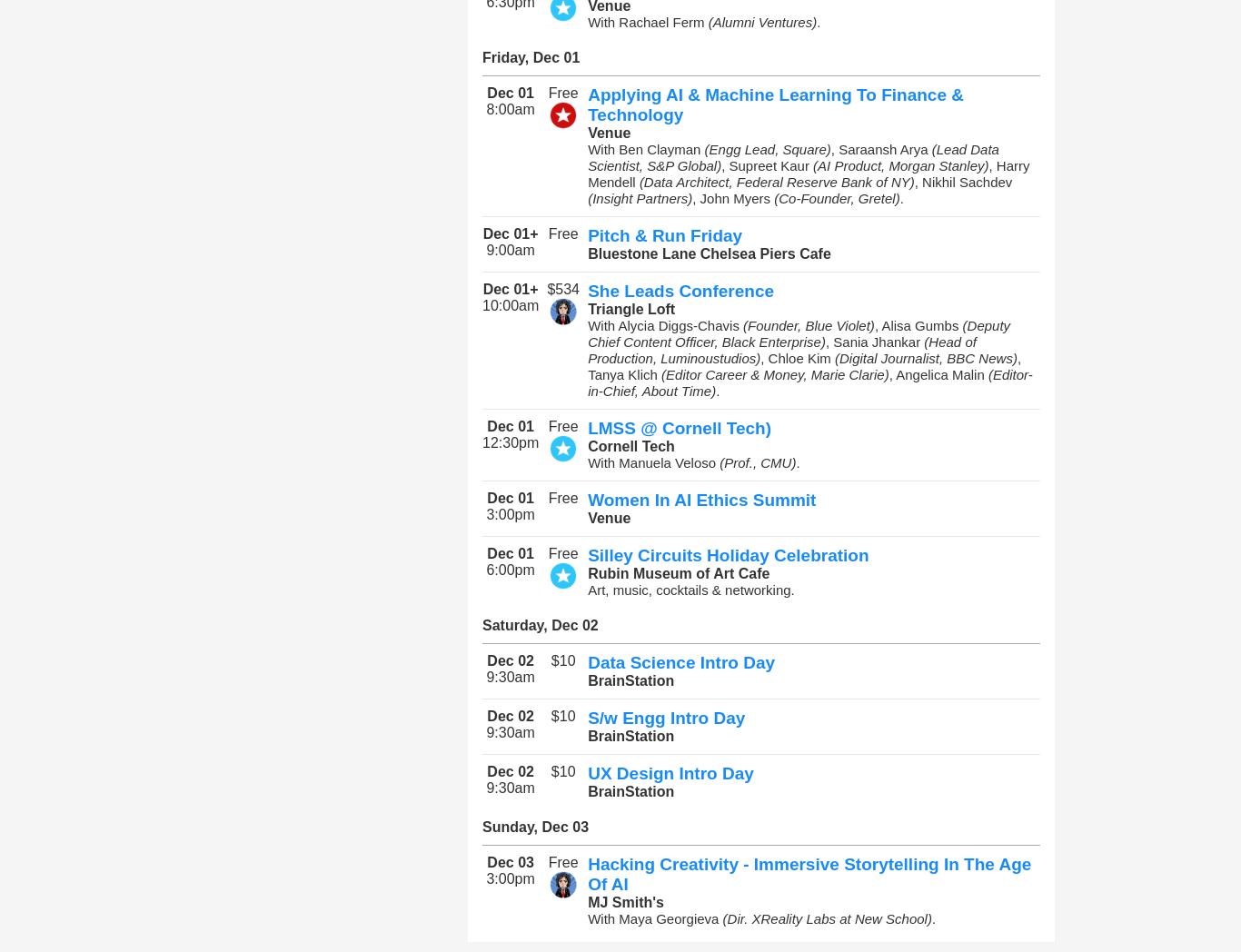  Describe the element at coordinates (534, 826) in the screenshot. I see `'Sunday, Dec 03'` at that location.